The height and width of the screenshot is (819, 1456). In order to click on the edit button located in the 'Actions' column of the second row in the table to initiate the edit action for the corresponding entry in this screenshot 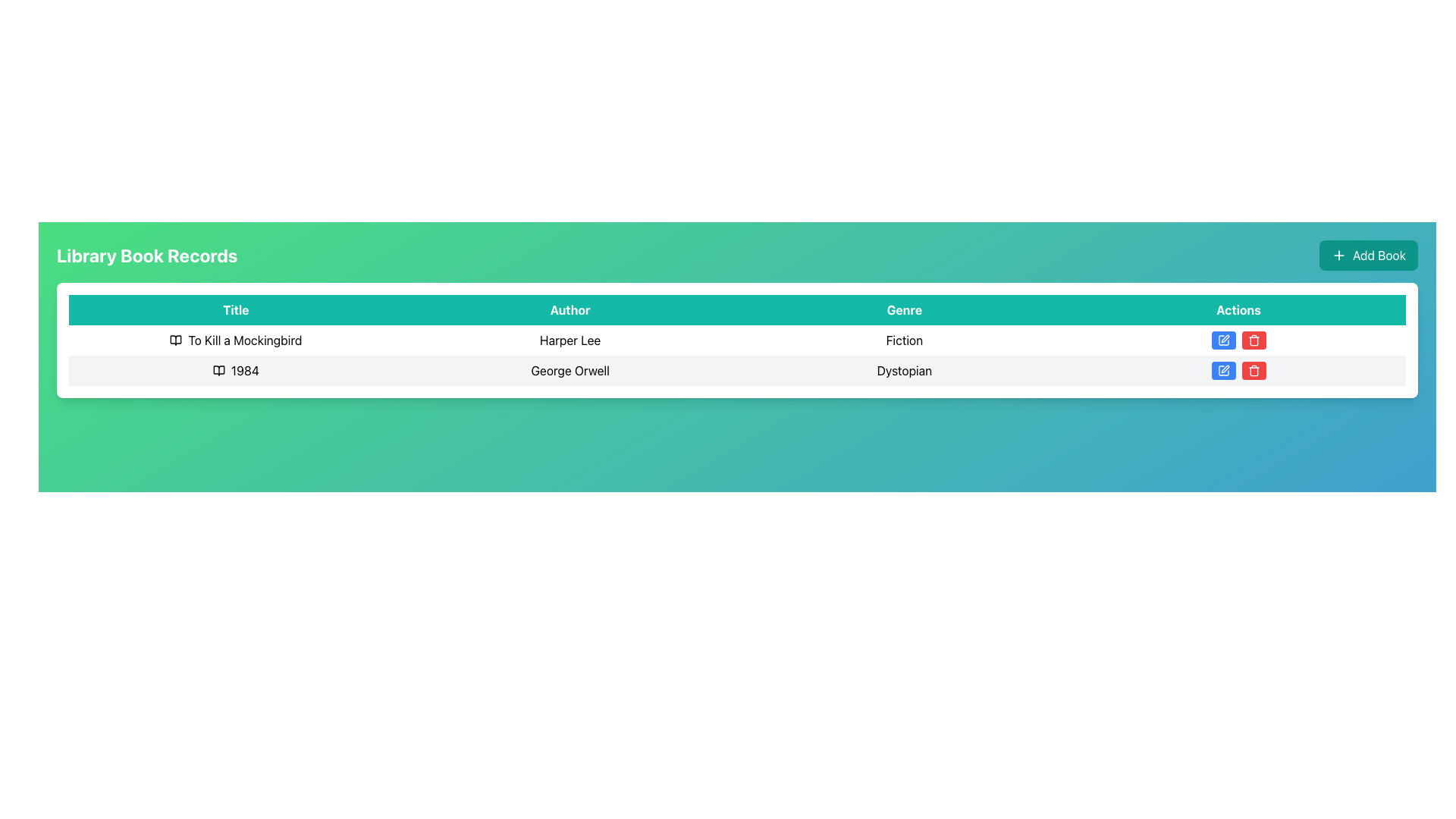, I will do `click(1222, 339)`.